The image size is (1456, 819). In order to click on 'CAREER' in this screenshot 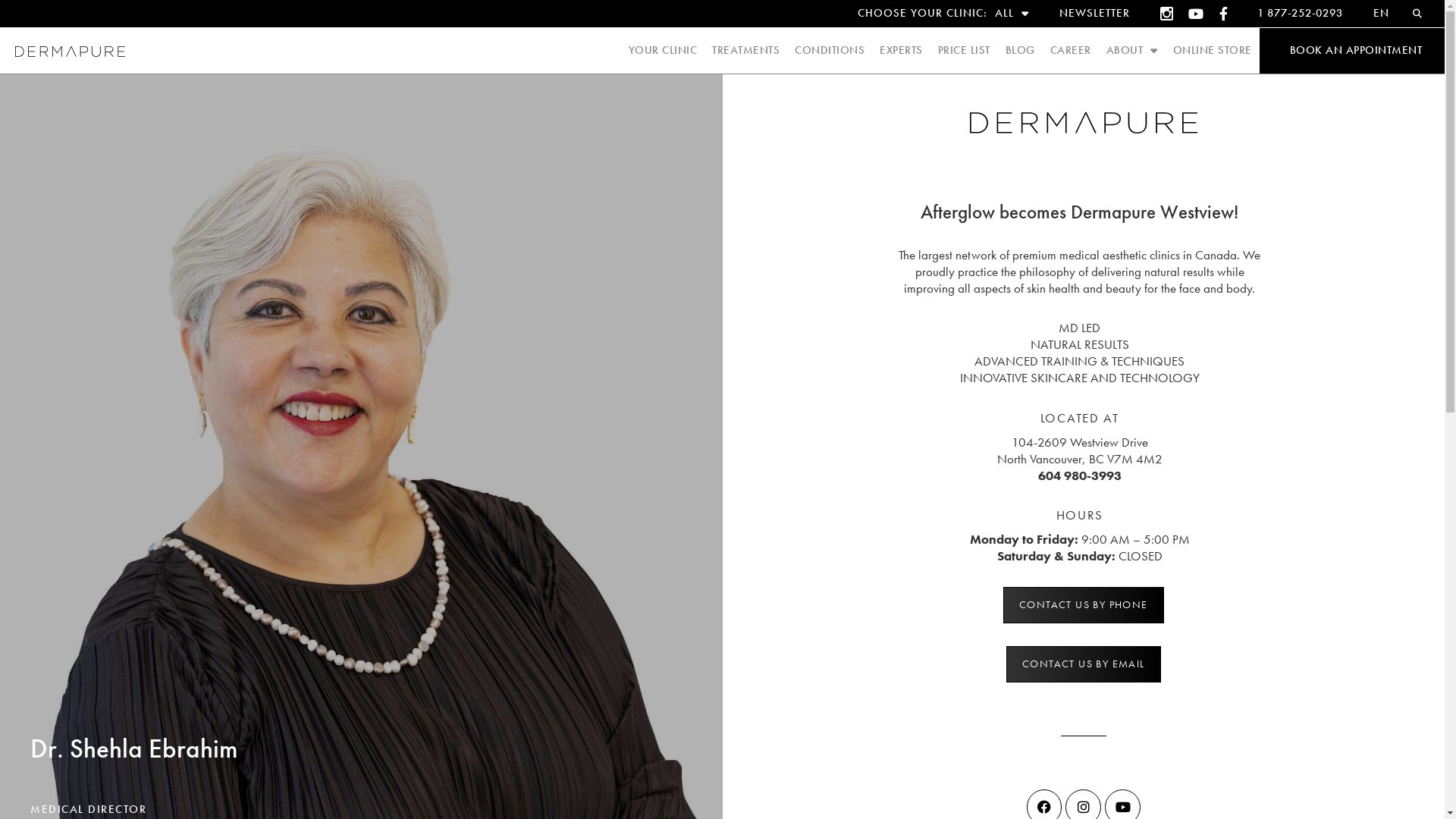, I will do `click(1069, 49)`.